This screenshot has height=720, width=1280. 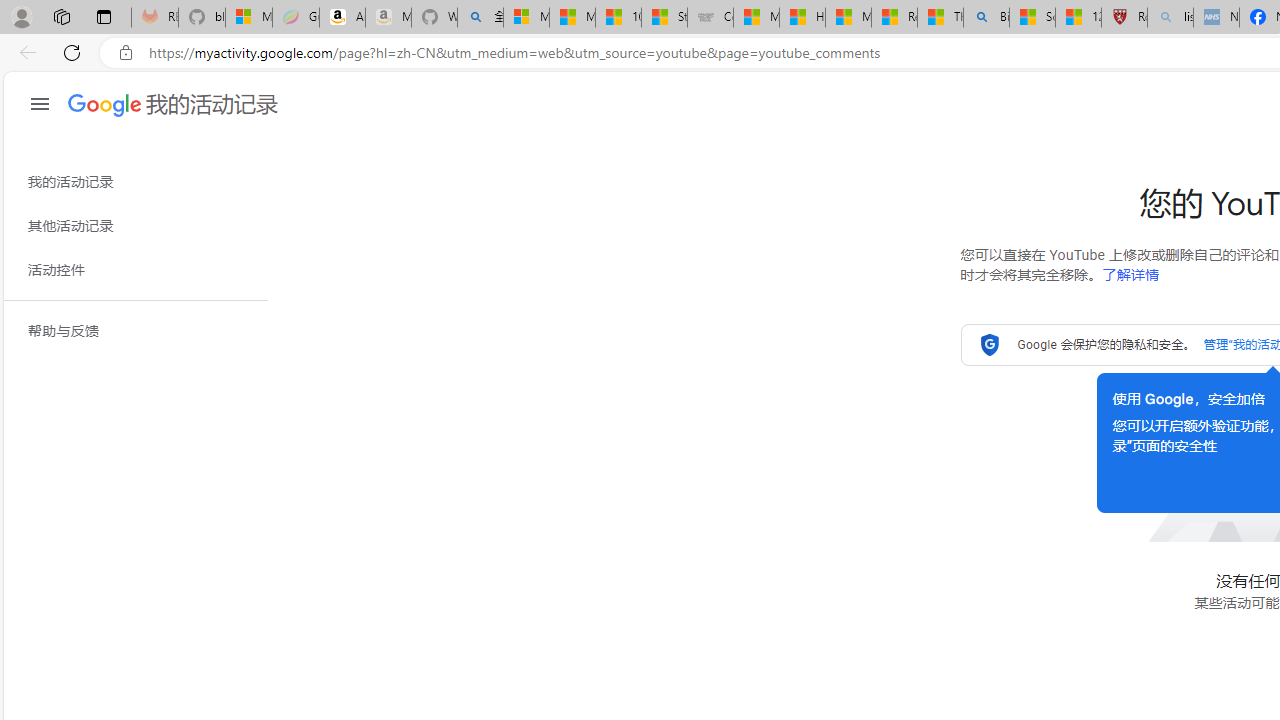 What do you see at coordinates (1032, 17) in the screenshot?
I see `'Science - MSN'` at bounding box center [1032, 17].